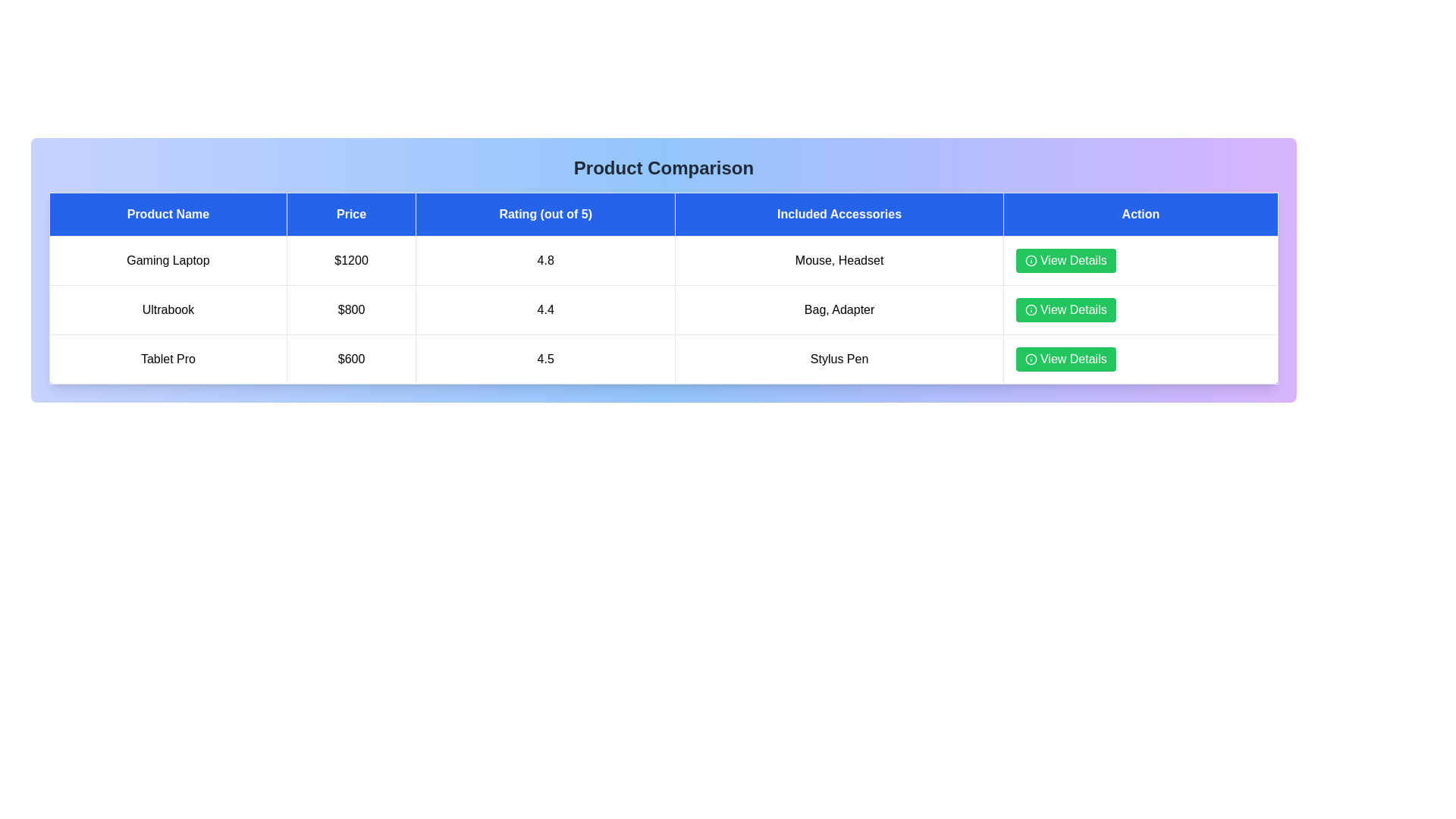 This screenshot has height=819, width=1456. What do you see at coordinates (1065, 309) in the screenshot?
I see `'View Details' button for the product Ultrabook` at bounding box center [1065, 309].